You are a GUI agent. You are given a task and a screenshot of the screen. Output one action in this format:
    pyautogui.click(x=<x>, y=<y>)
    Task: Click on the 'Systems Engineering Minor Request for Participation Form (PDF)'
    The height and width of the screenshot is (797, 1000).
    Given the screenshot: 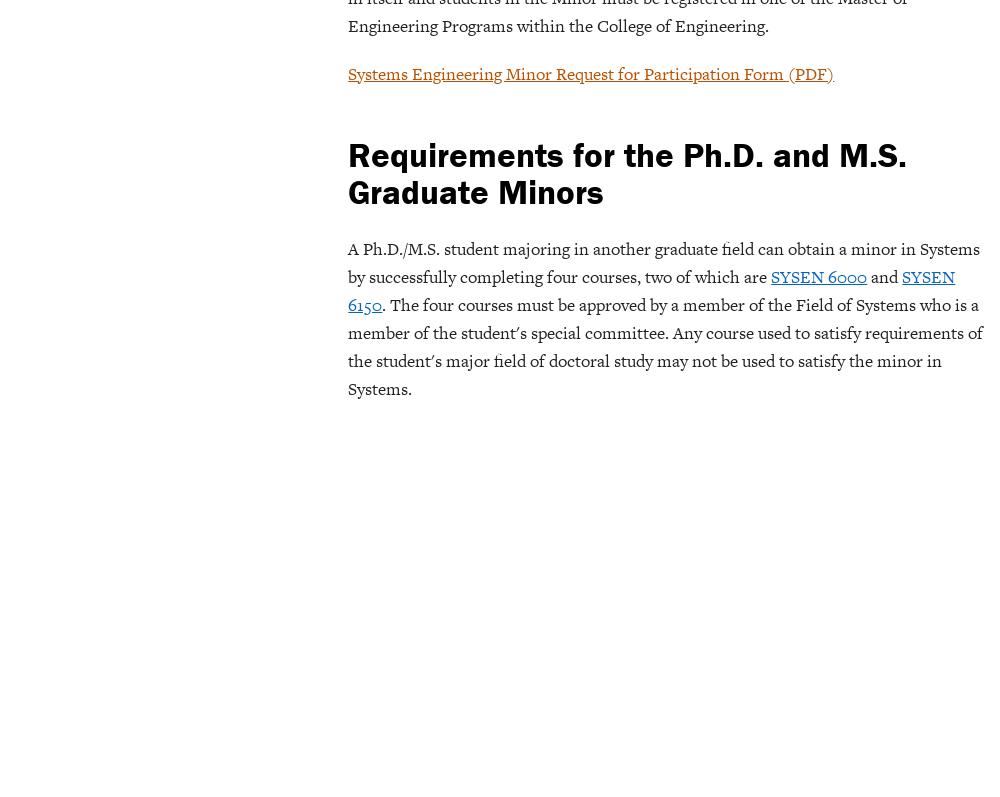 What is the action you would take?
    pyautogui.click(x=590, y=72)
    